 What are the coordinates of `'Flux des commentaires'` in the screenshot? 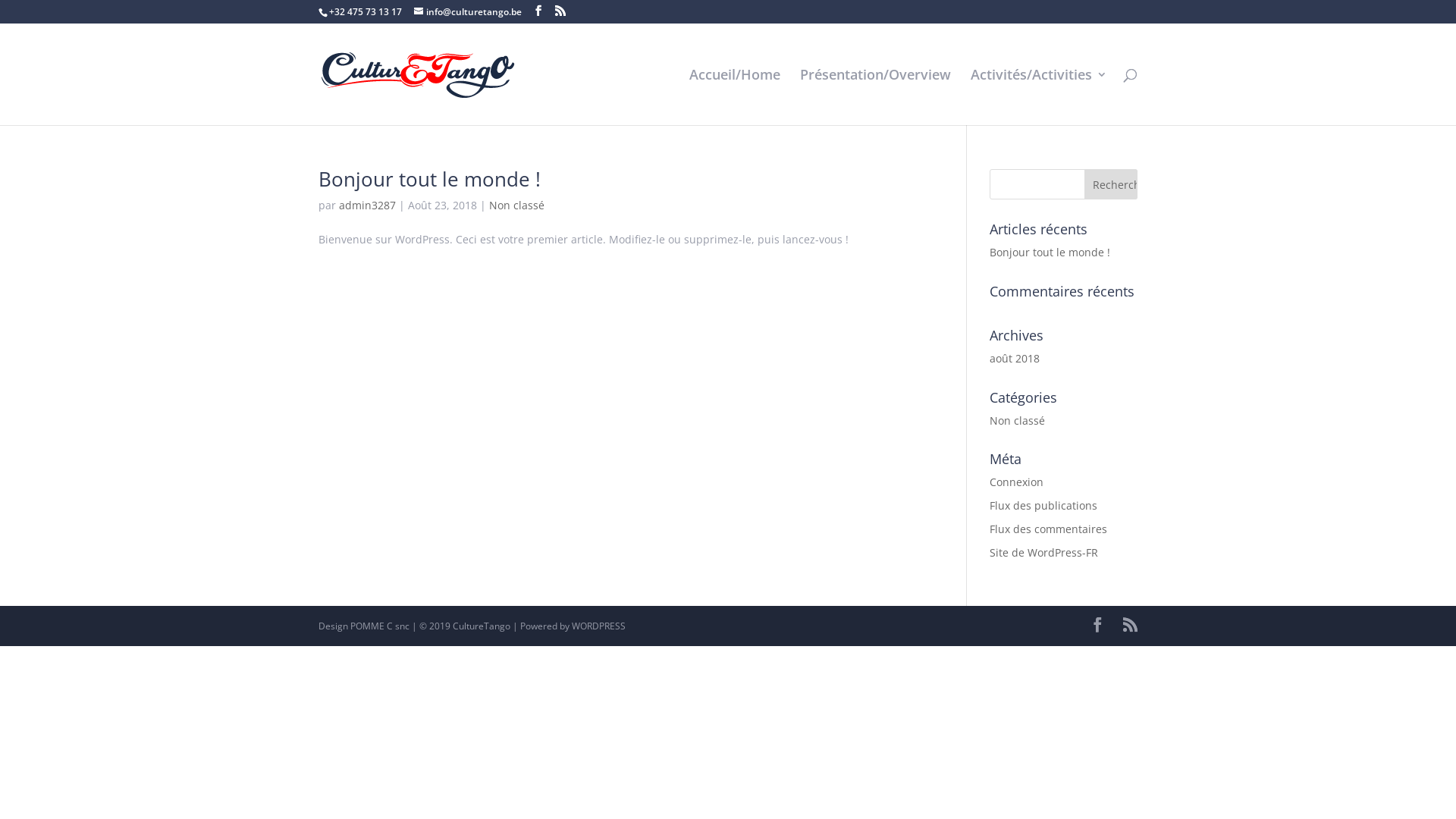 It's located at (1047, 528).